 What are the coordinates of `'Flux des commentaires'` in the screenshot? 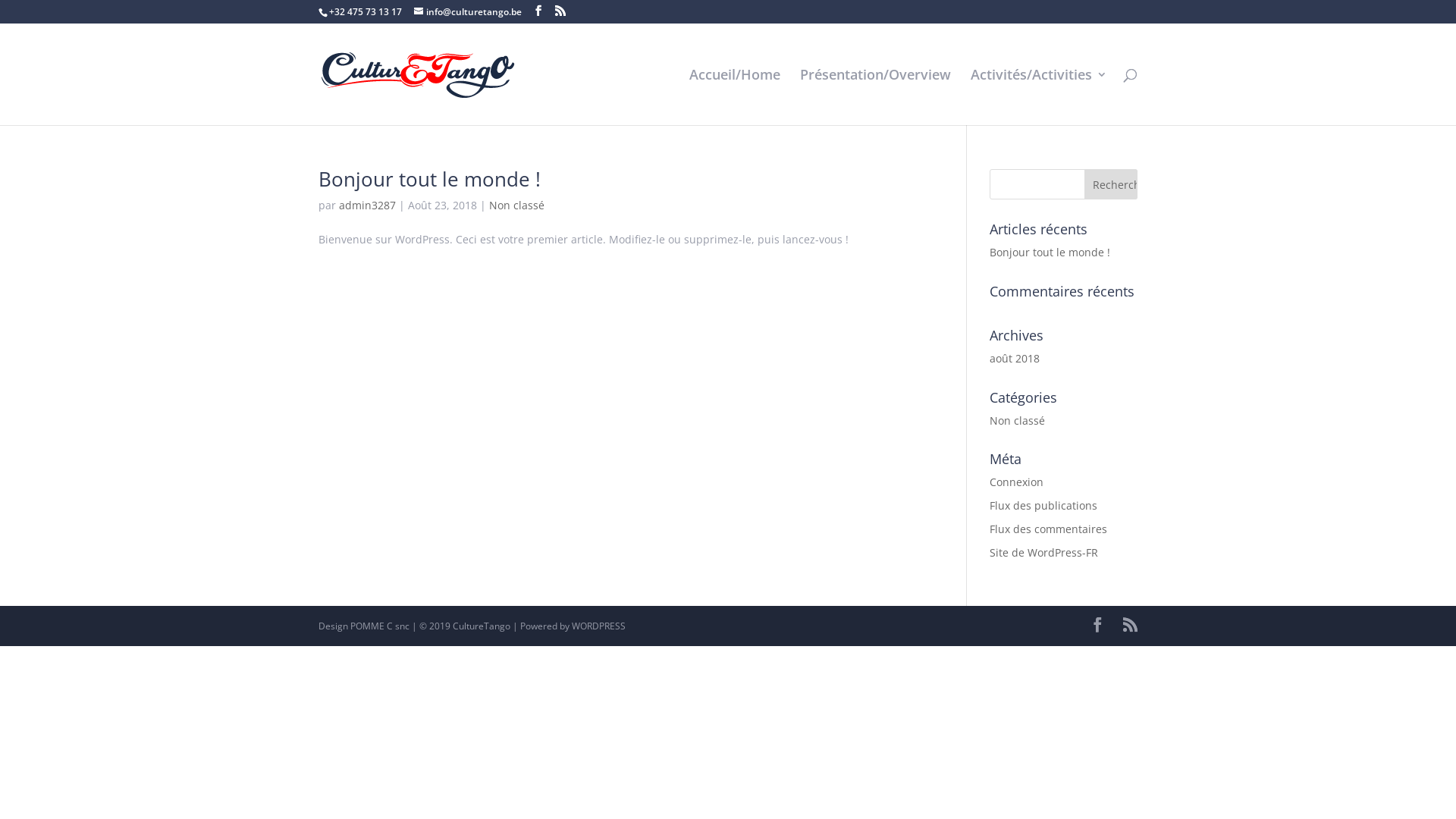 It's located at (1047, 528).